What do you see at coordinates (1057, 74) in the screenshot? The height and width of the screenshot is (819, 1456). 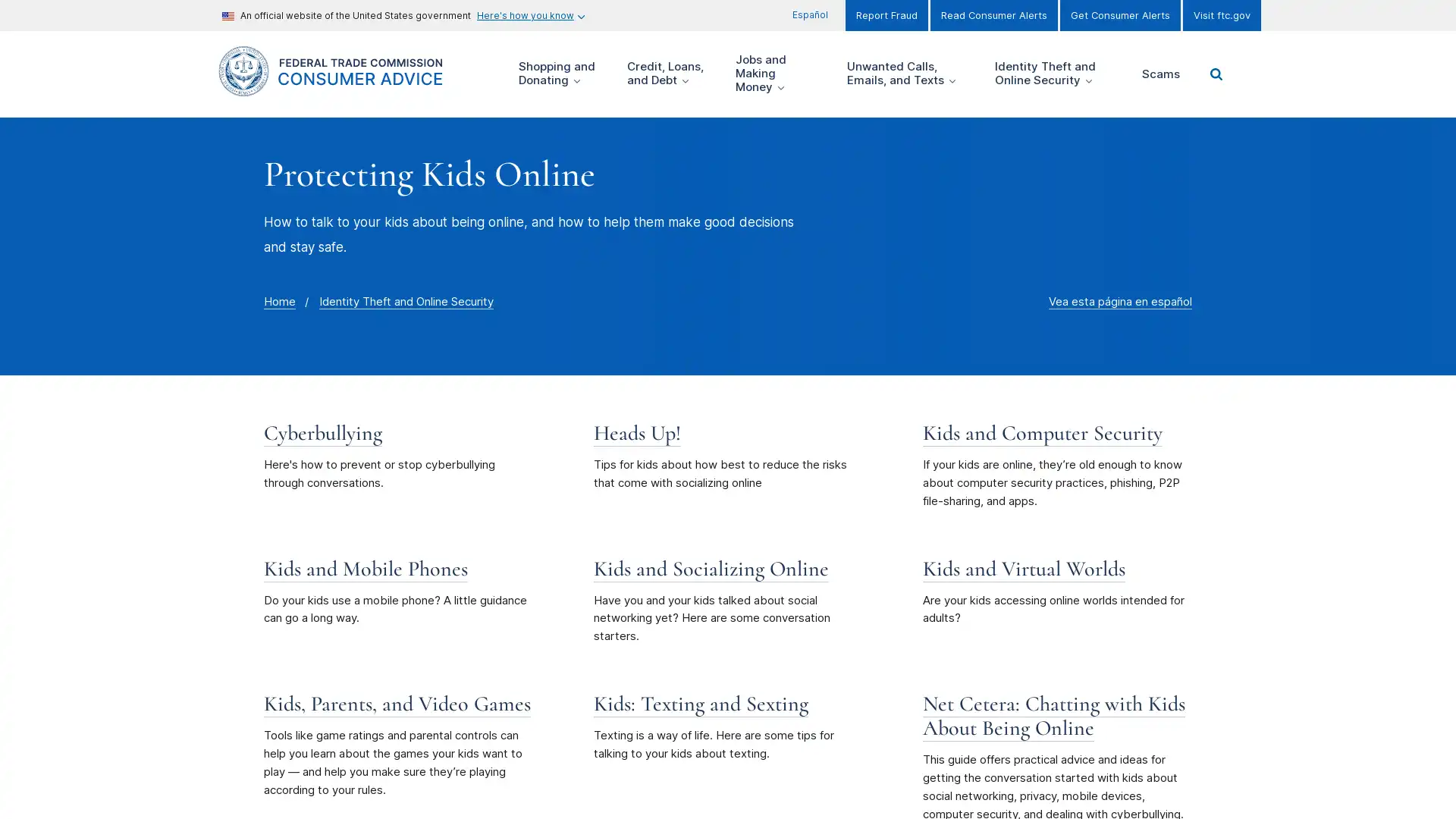 I see `Show/hide Identity Theft and Online Security menu items` at bounding box center [1057, 74].